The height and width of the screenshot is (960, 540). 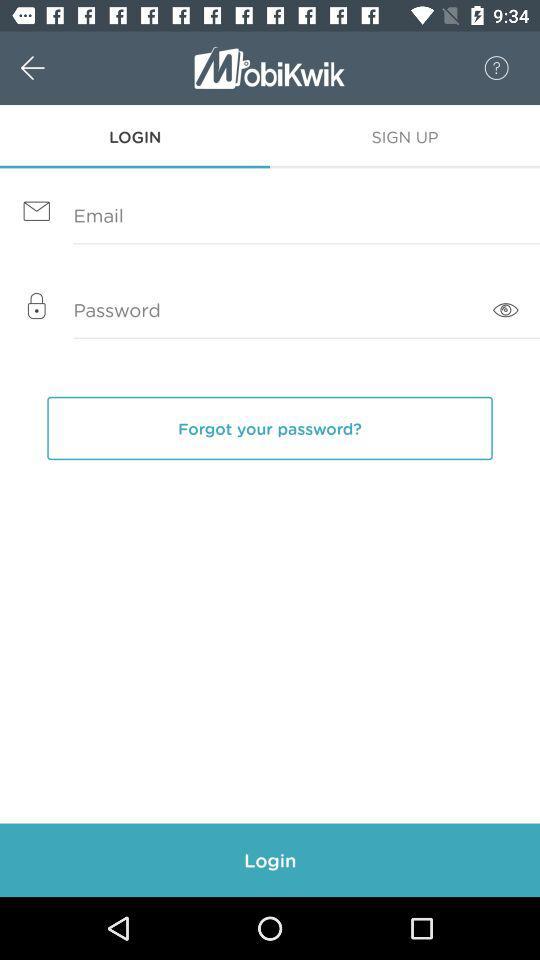 What do you see at coordinates (485, 68) in the screenshot?
I see `icon to the right of the r item` at bounding box center [485, 68].